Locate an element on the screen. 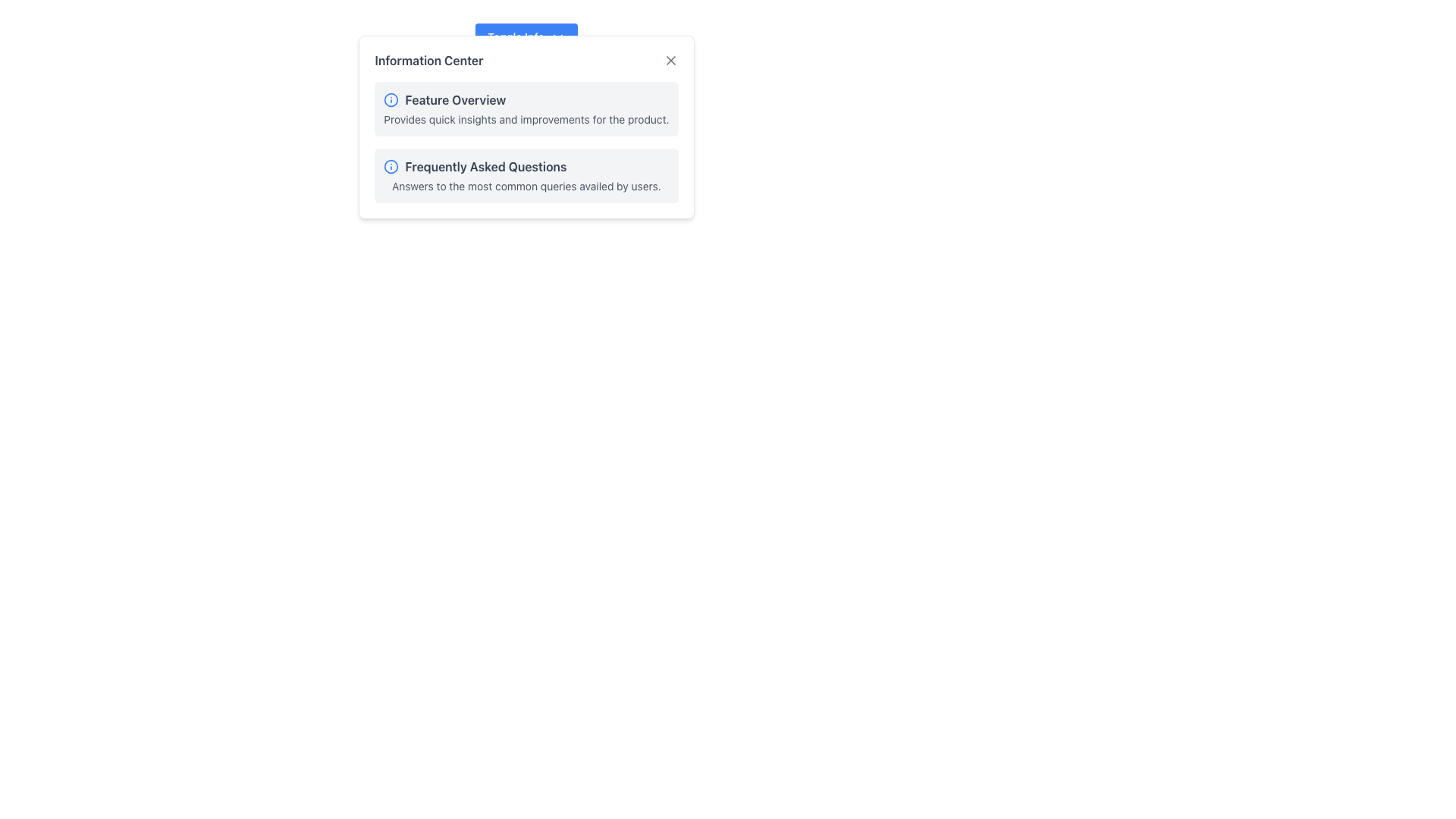 This screenshot has height=819, width=1456. the Informational content block located in the 'Information Center', which contains the sections 'Feature Overview' and 'Frequently Asked Questions' is located at coordinates (526, 143).